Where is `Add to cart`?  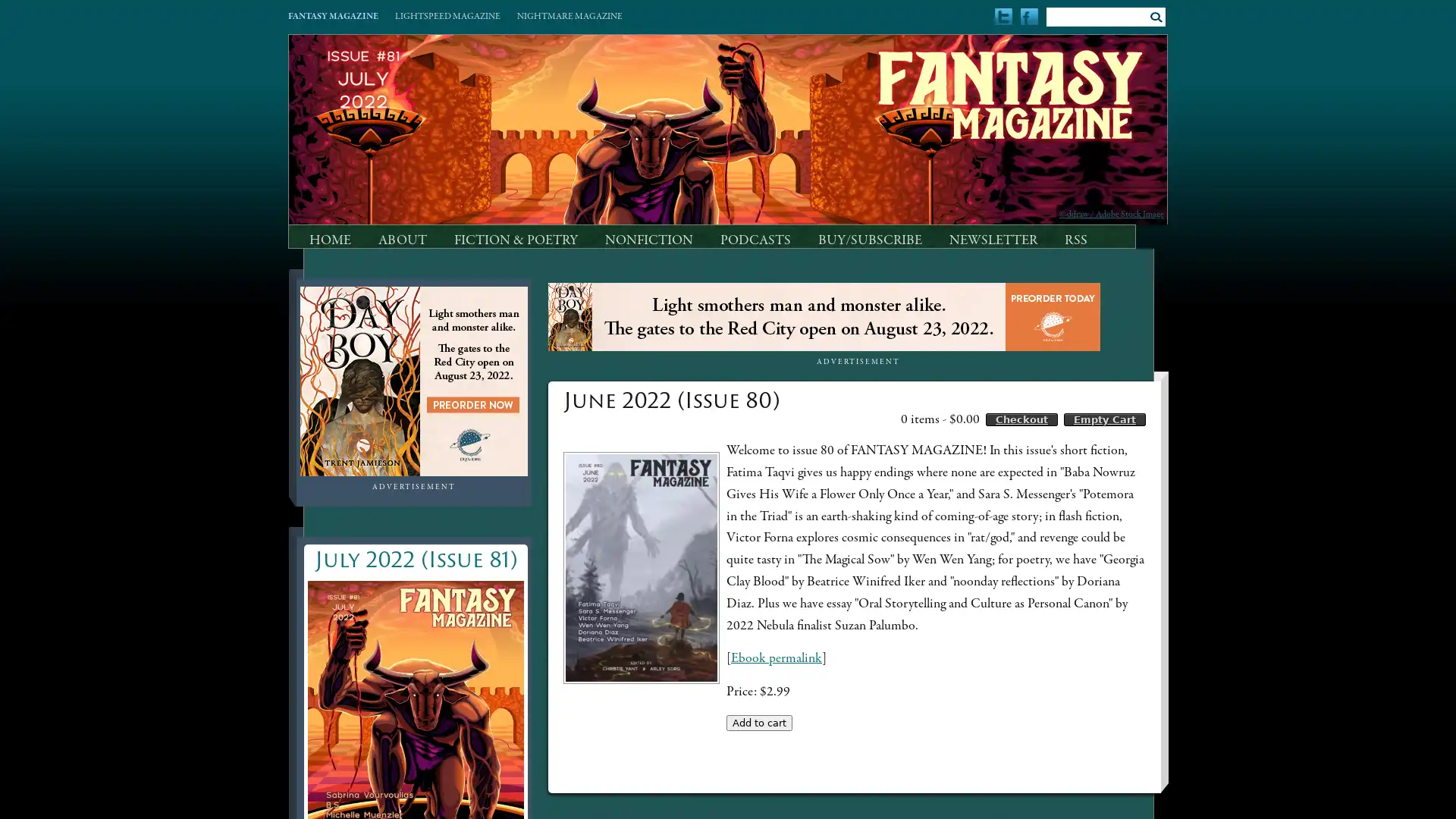 Add to cart is located at coordinates (759, 721).